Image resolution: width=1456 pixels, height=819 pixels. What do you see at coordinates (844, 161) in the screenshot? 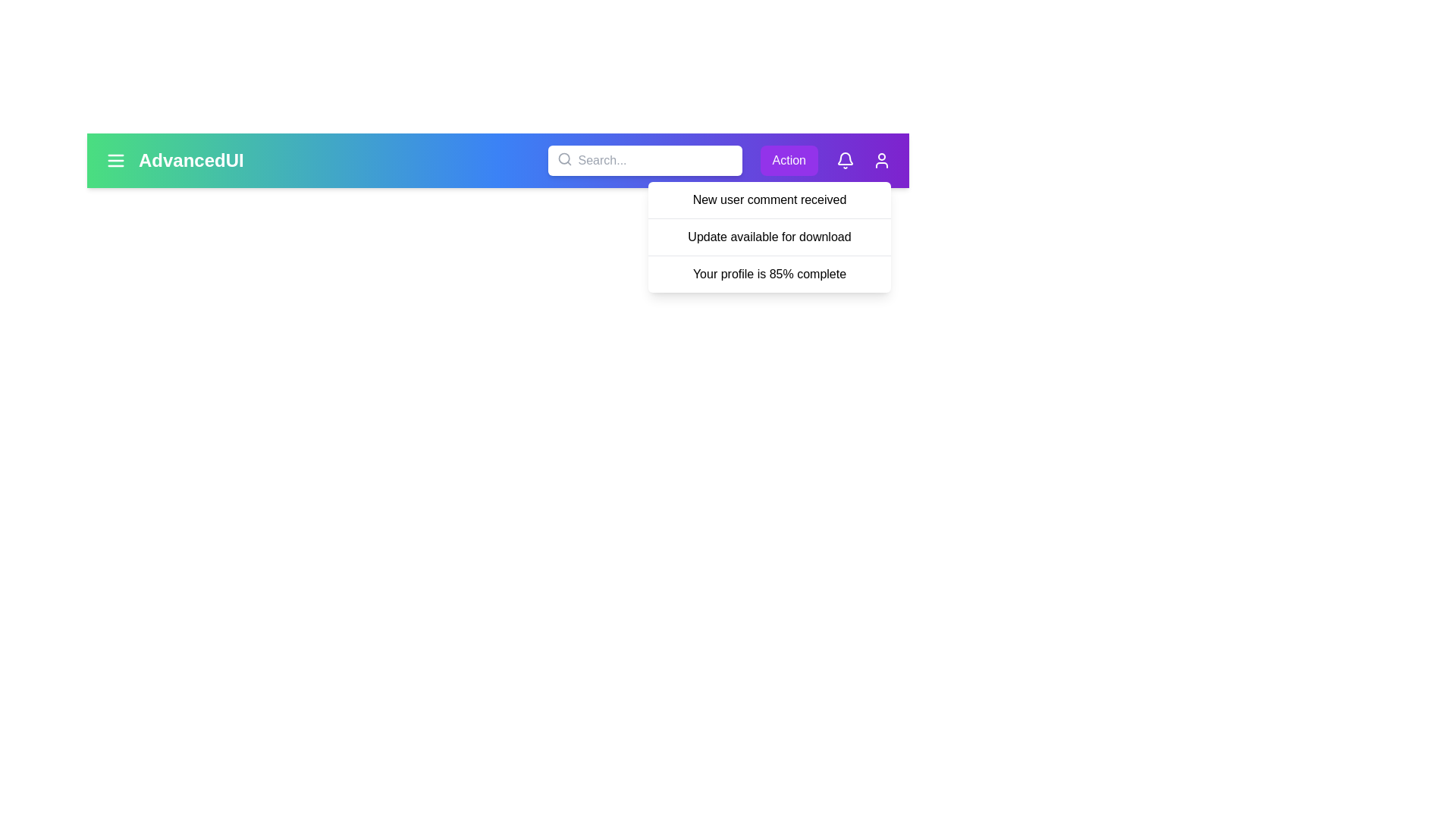
I see `the bell icon to toggle the visibility of the notifications` at bounding box center [844, 161].